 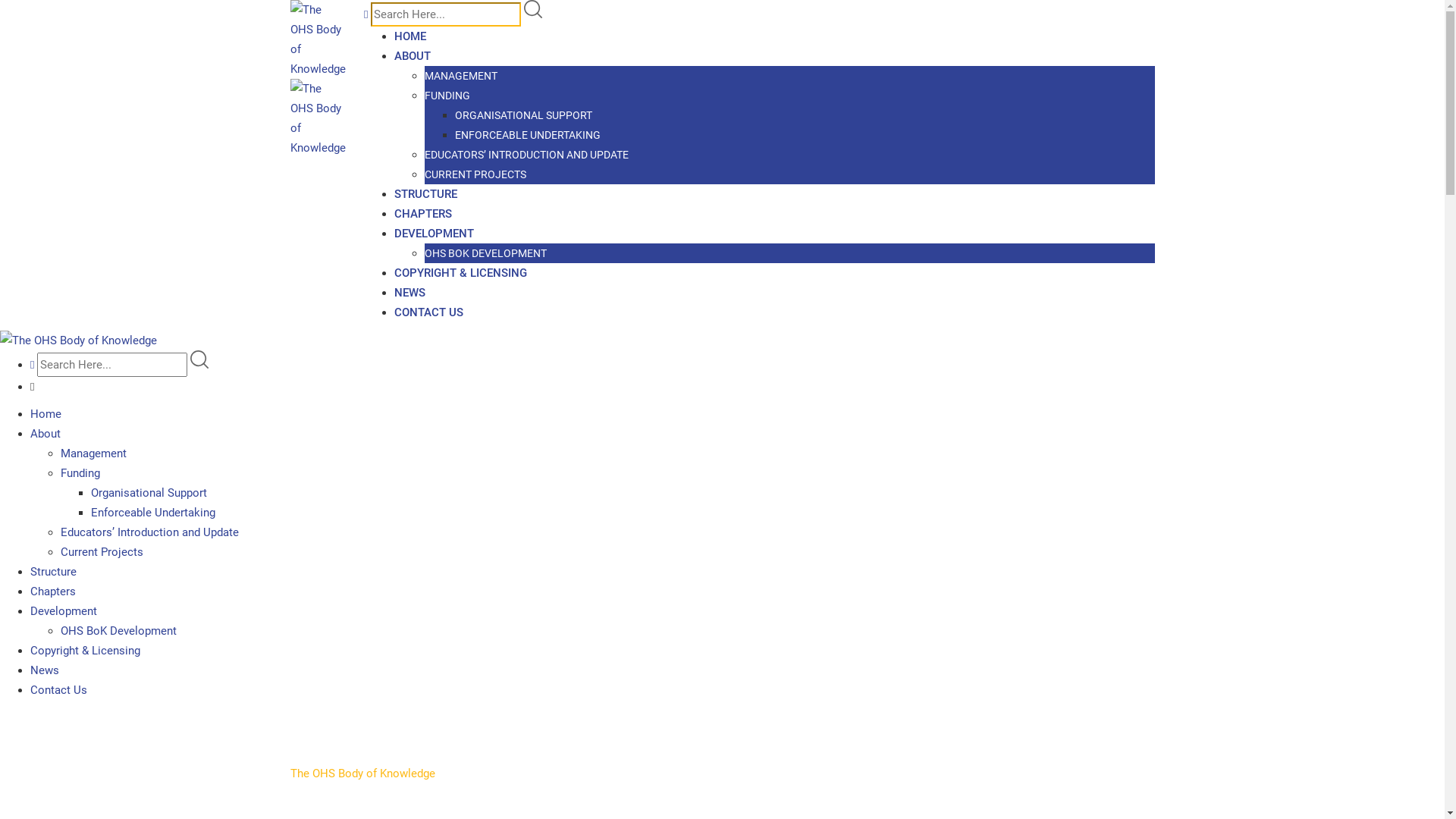 I want to click on 'COPYRIGHT & LICENSING', so click(x=460, y=271).